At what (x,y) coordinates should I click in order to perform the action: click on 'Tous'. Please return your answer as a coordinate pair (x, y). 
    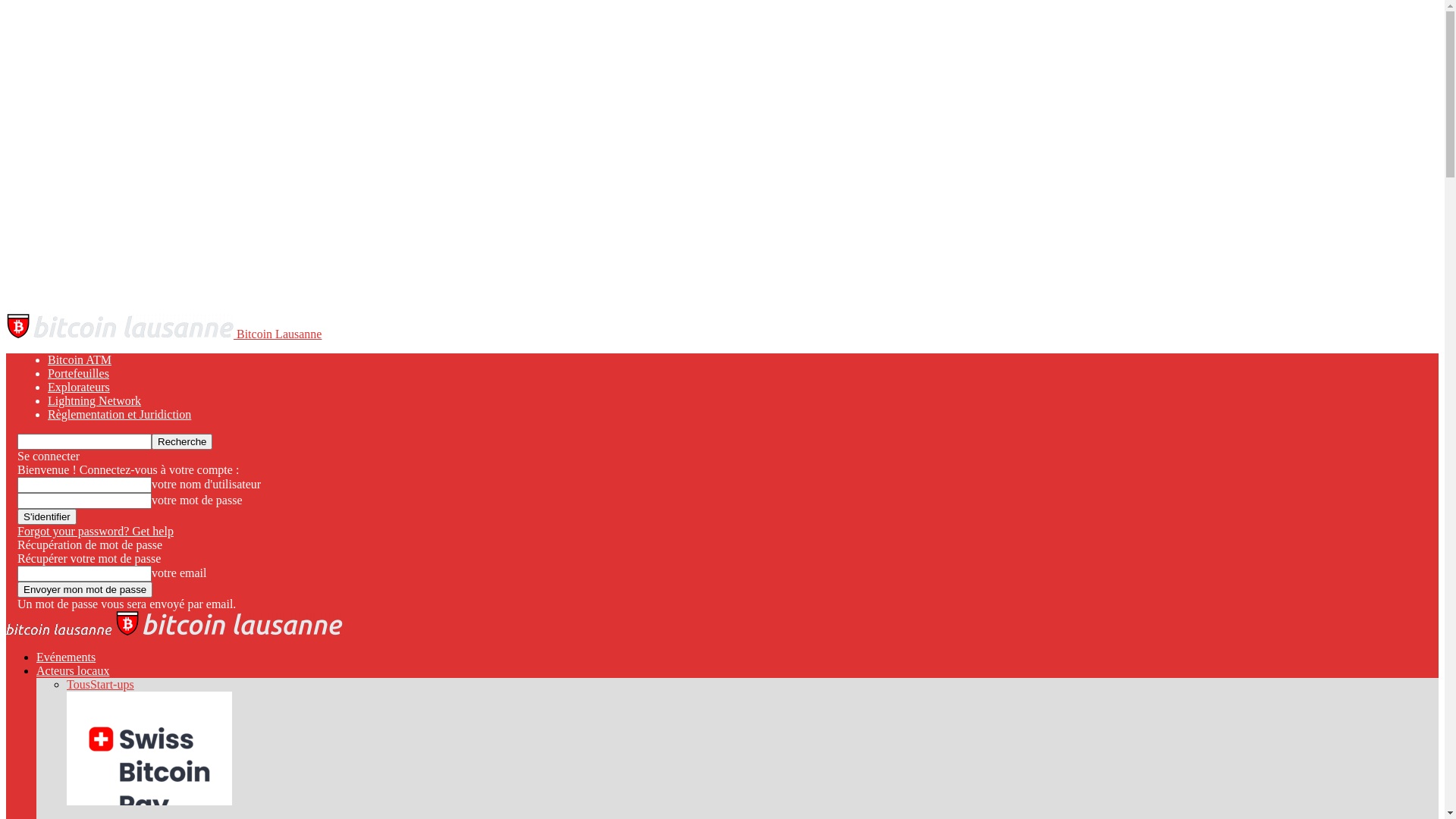
    Looking at the image, I should click on (77, 684).